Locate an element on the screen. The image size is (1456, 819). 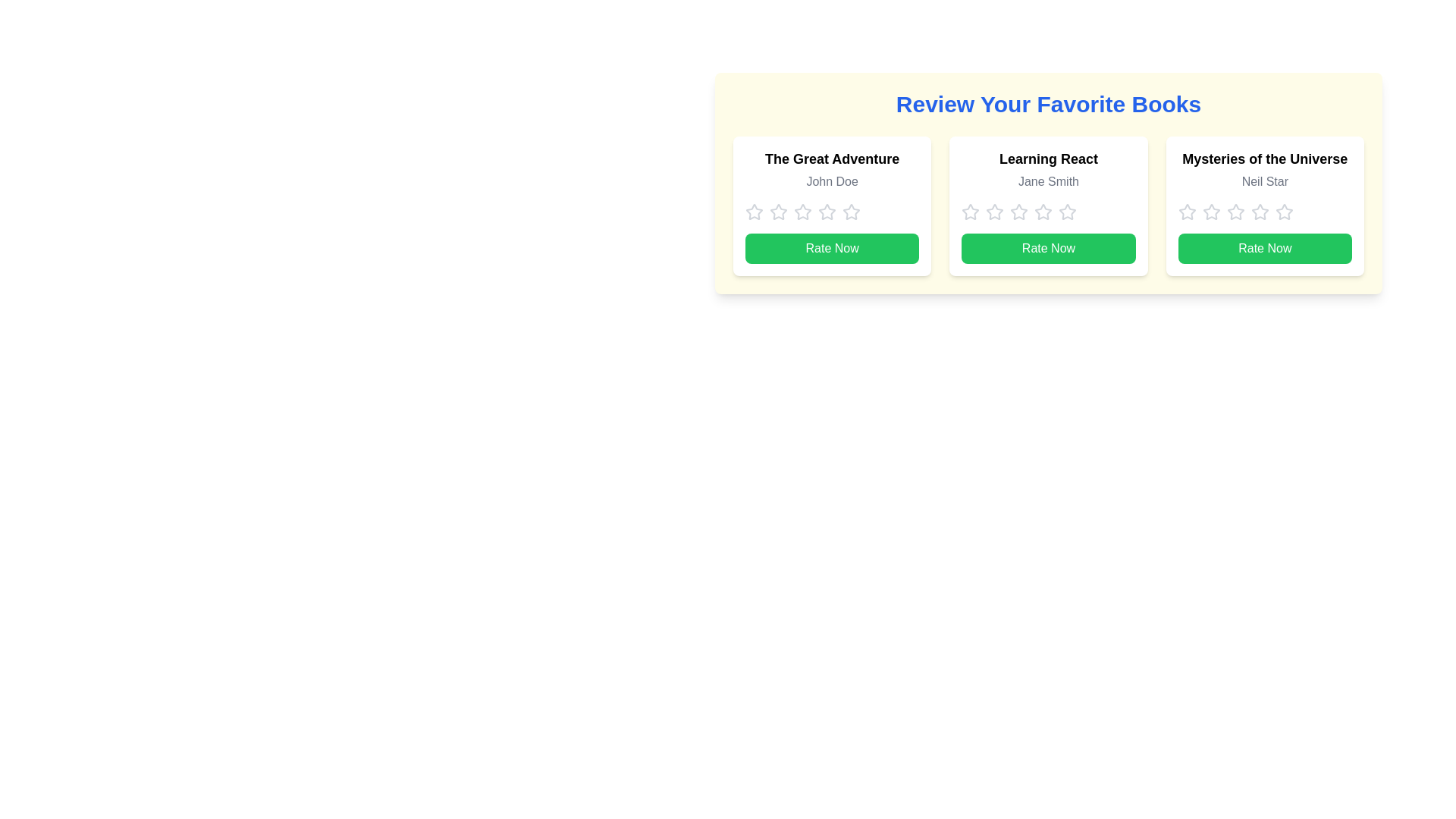
the fourth star icon in the rating control for 'The Great Adventure' is located at coordinates (852, 212).